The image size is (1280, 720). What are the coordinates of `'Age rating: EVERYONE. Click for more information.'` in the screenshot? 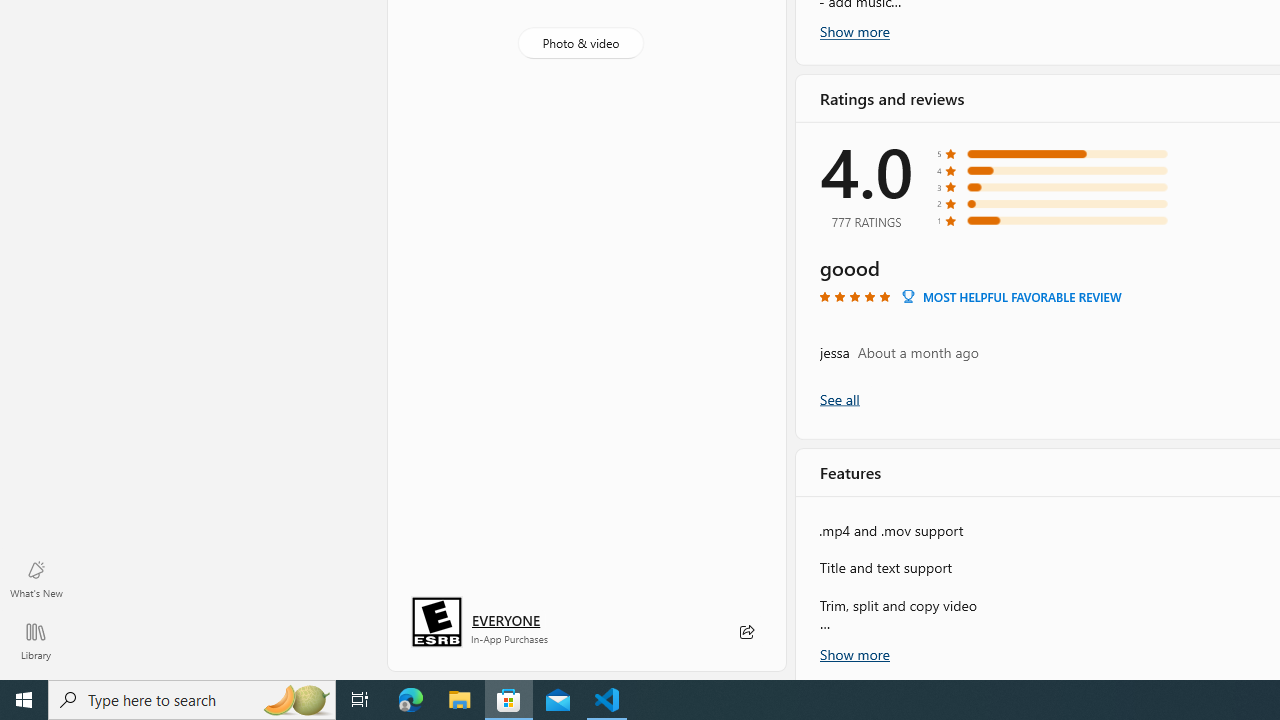 It's located at (506, 618).